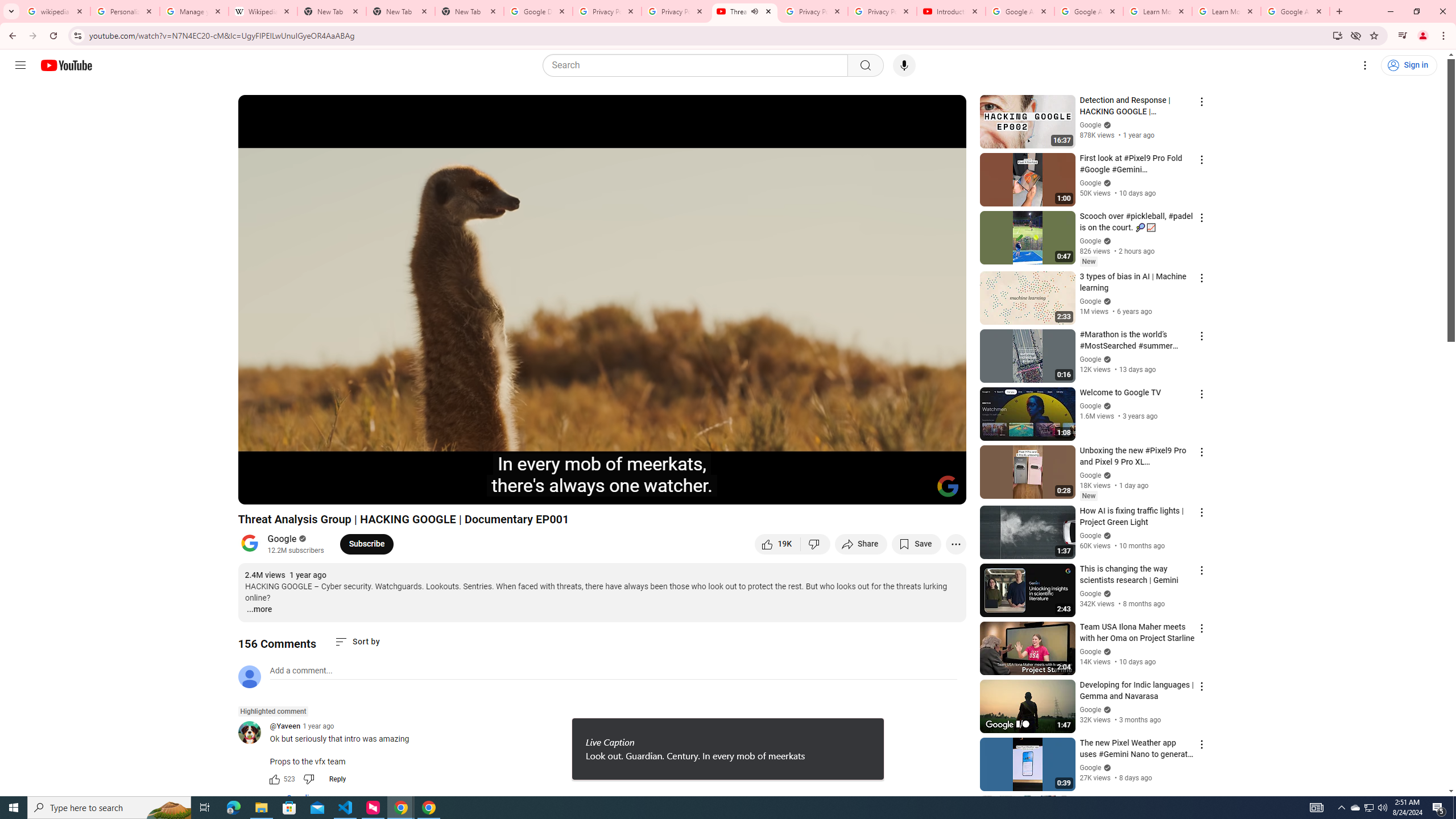 The image size is (1456, 819). What do you see at coordinates (318, 726) in the screenshot?
I see `'1 year ago'` at bounding box center [318, 726].